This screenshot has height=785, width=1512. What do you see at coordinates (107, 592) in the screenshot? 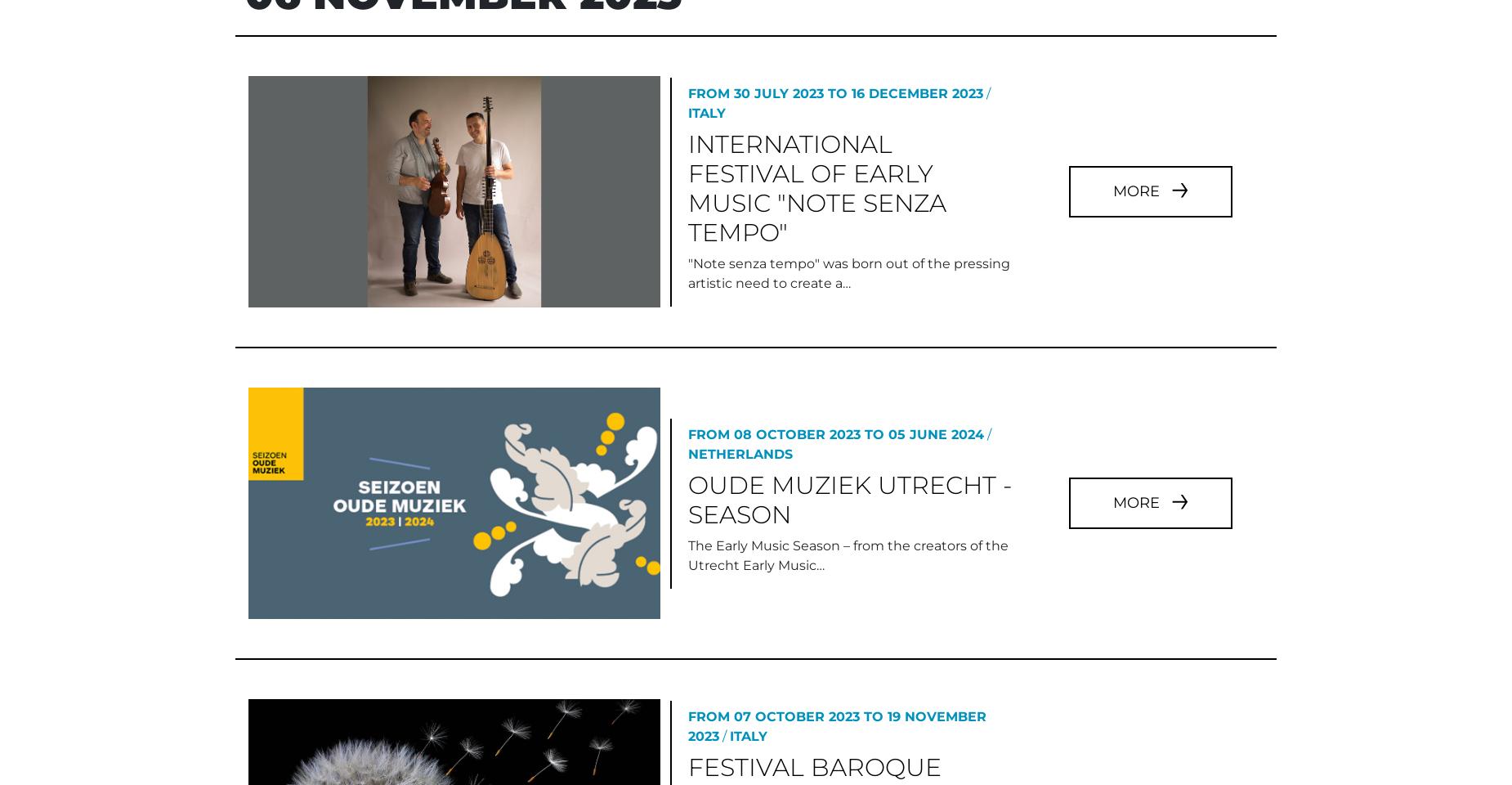
I see `'This website uses cookies'` at bounding box center [107, 592].